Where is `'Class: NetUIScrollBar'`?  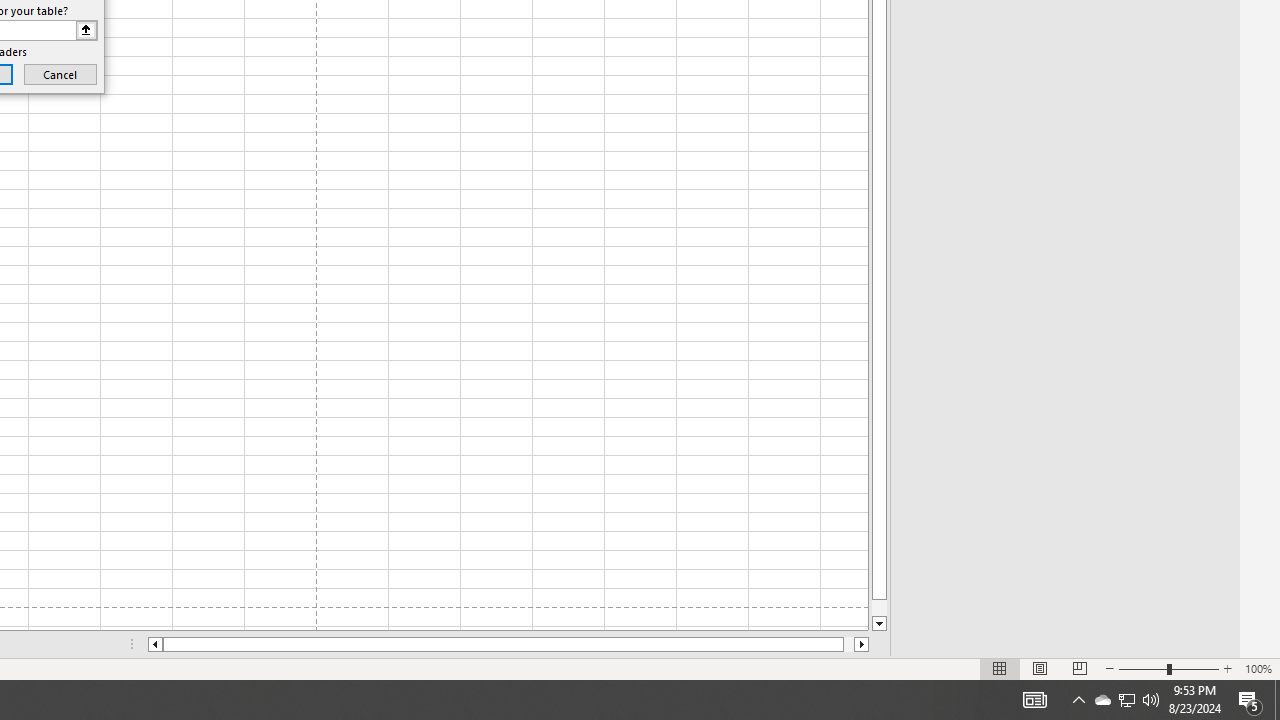
'Class: NetUIScrollBar' is located at coordinates (508, 644).